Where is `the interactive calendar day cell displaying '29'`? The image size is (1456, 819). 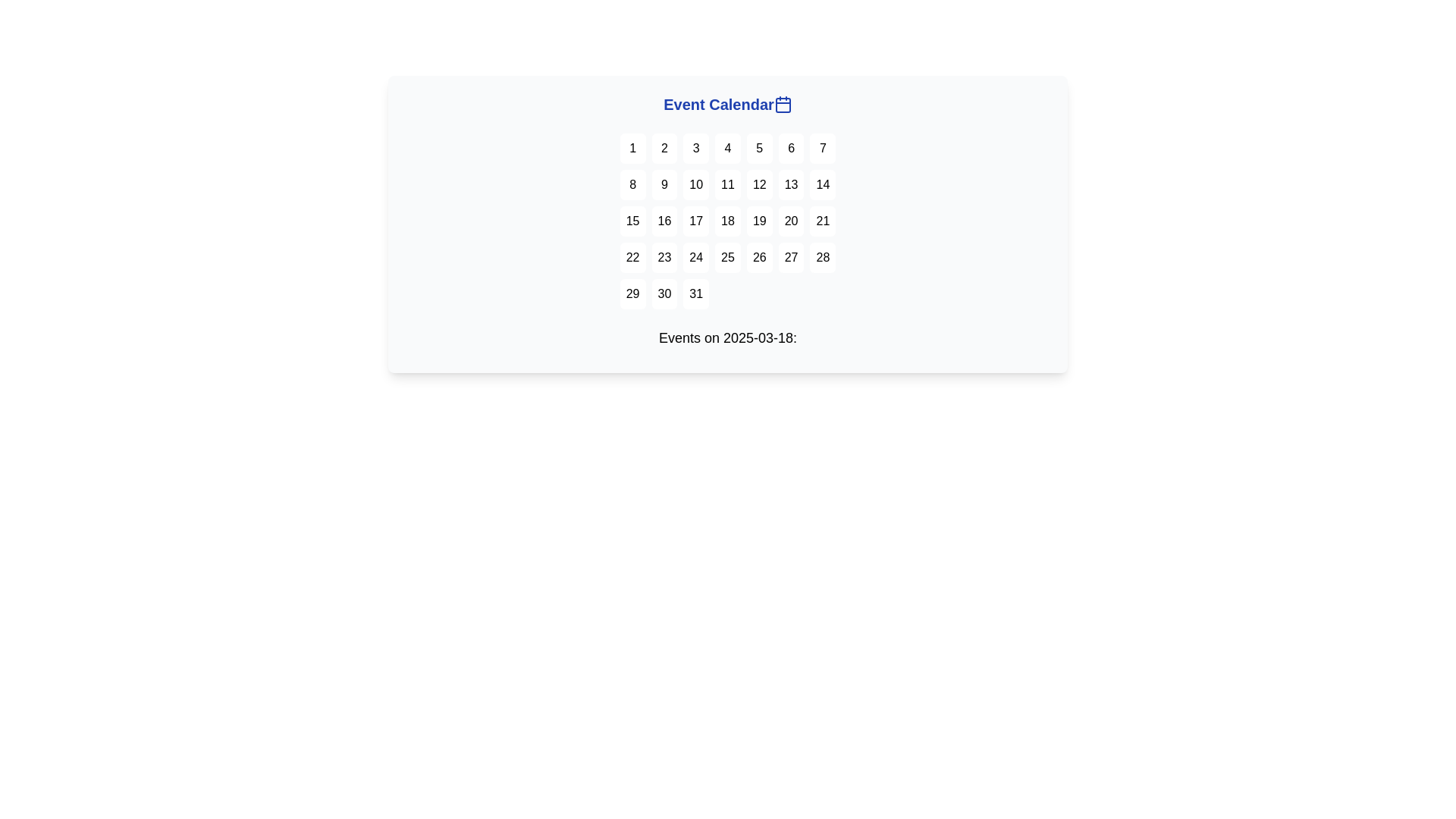 the interactive calendar day cell displaying '29' is located at coordinates (632, 294).